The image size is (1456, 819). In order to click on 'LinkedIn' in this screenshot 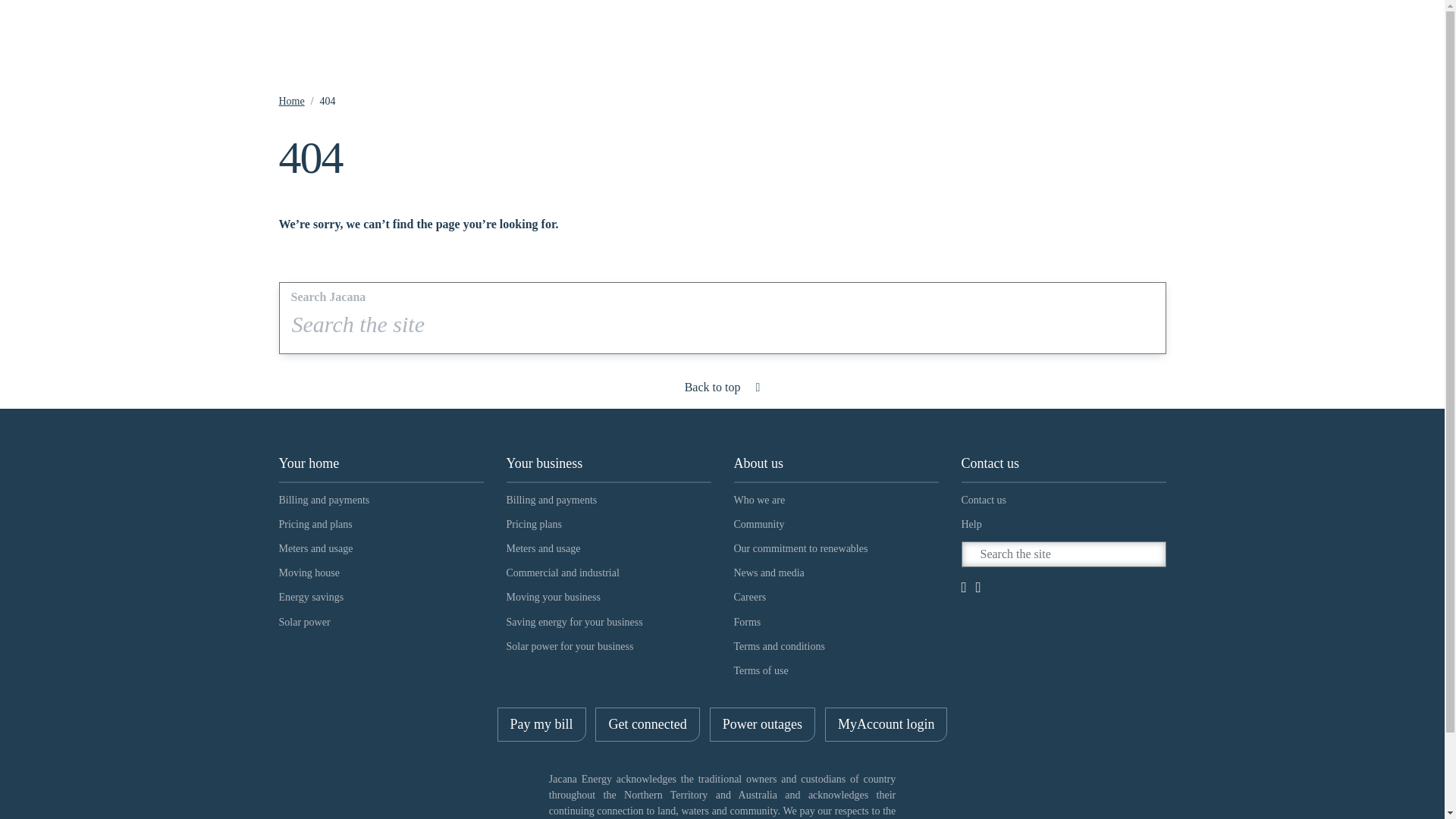, I will do `click(978, 587)`.